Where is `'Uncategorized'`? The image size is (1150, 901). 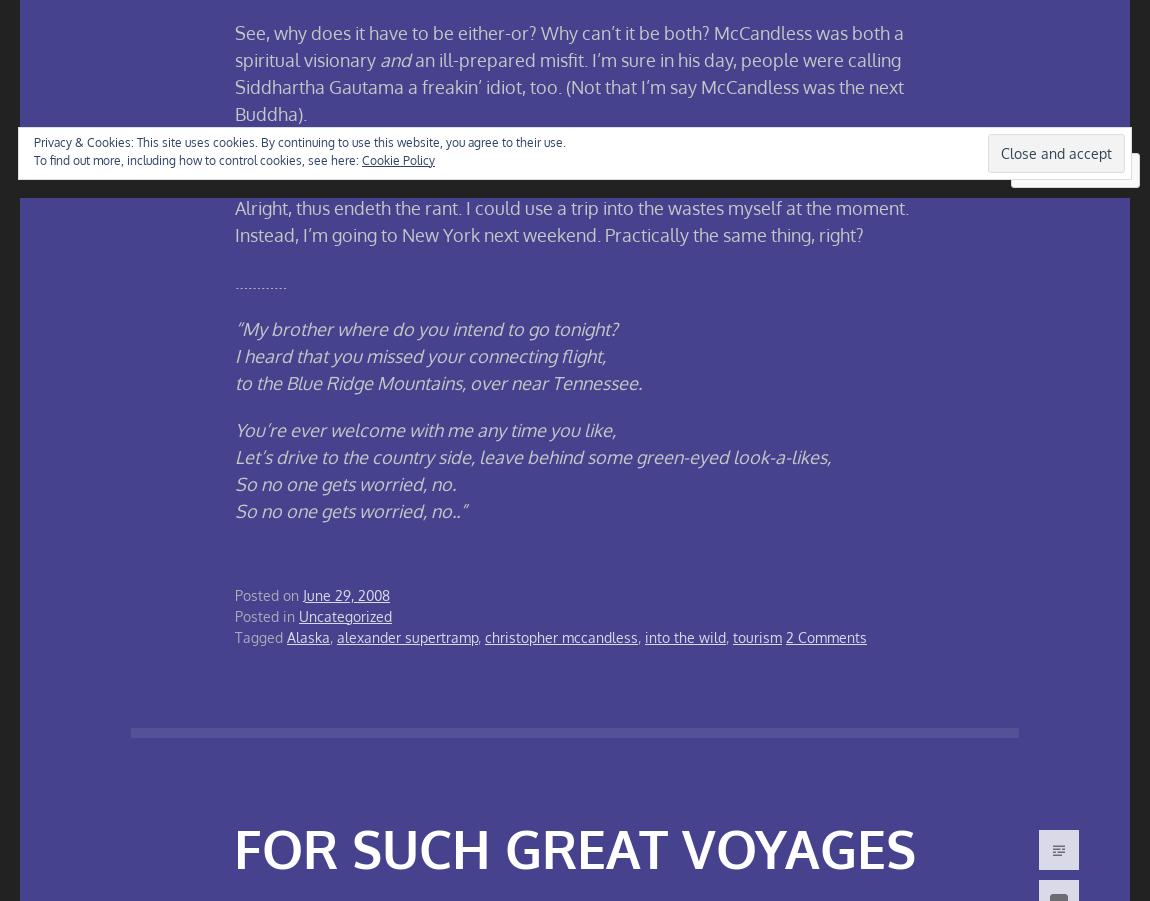
'Uncategorized' is located at coordinates (299, 614).